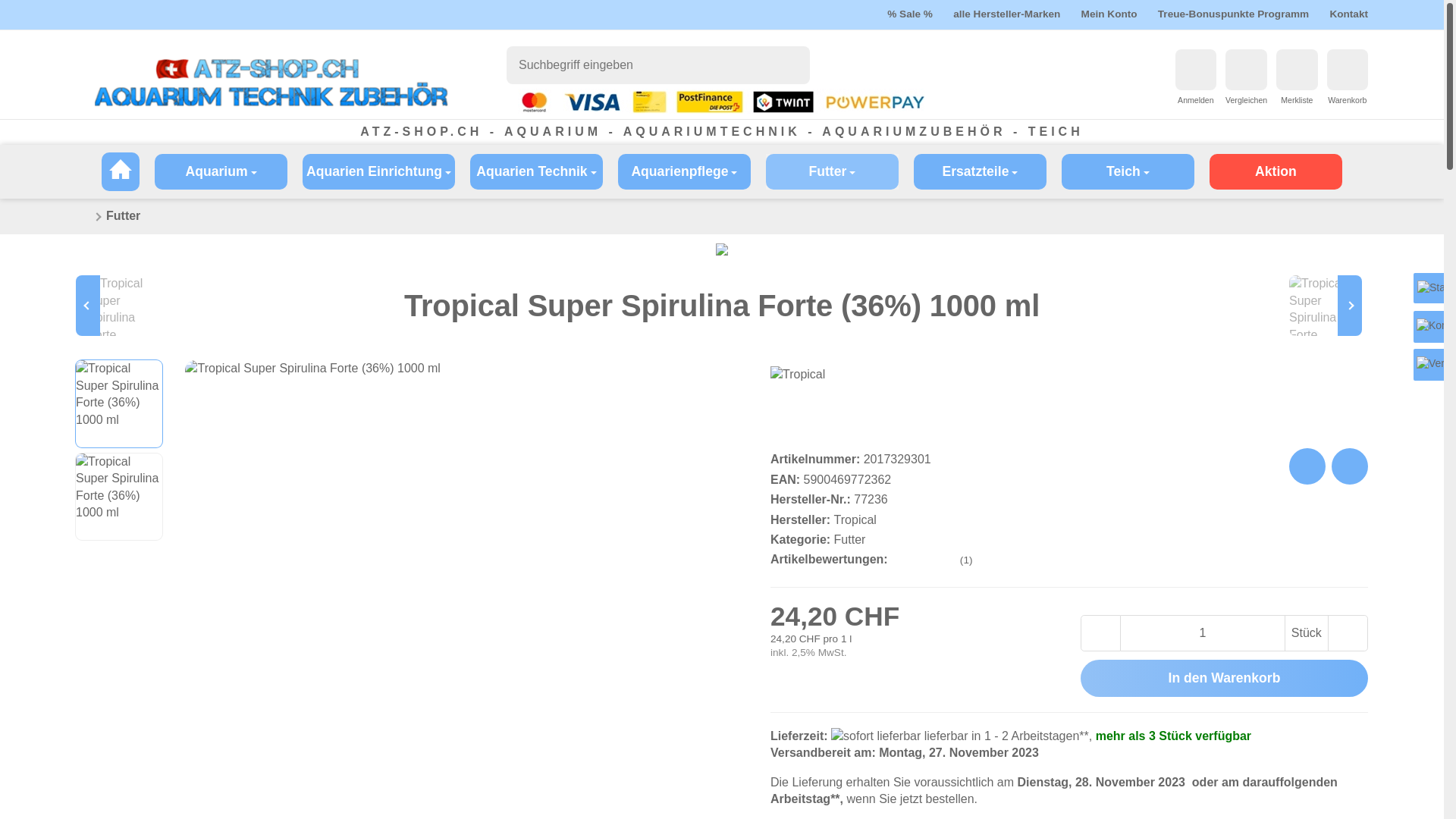 Image resolution: width=1456 pixels, height=819 pixels. What do you see at coordinates (683, 171) in the screenshot?
I see `'Aquarienpflege'` at bounding box center [683, 171].